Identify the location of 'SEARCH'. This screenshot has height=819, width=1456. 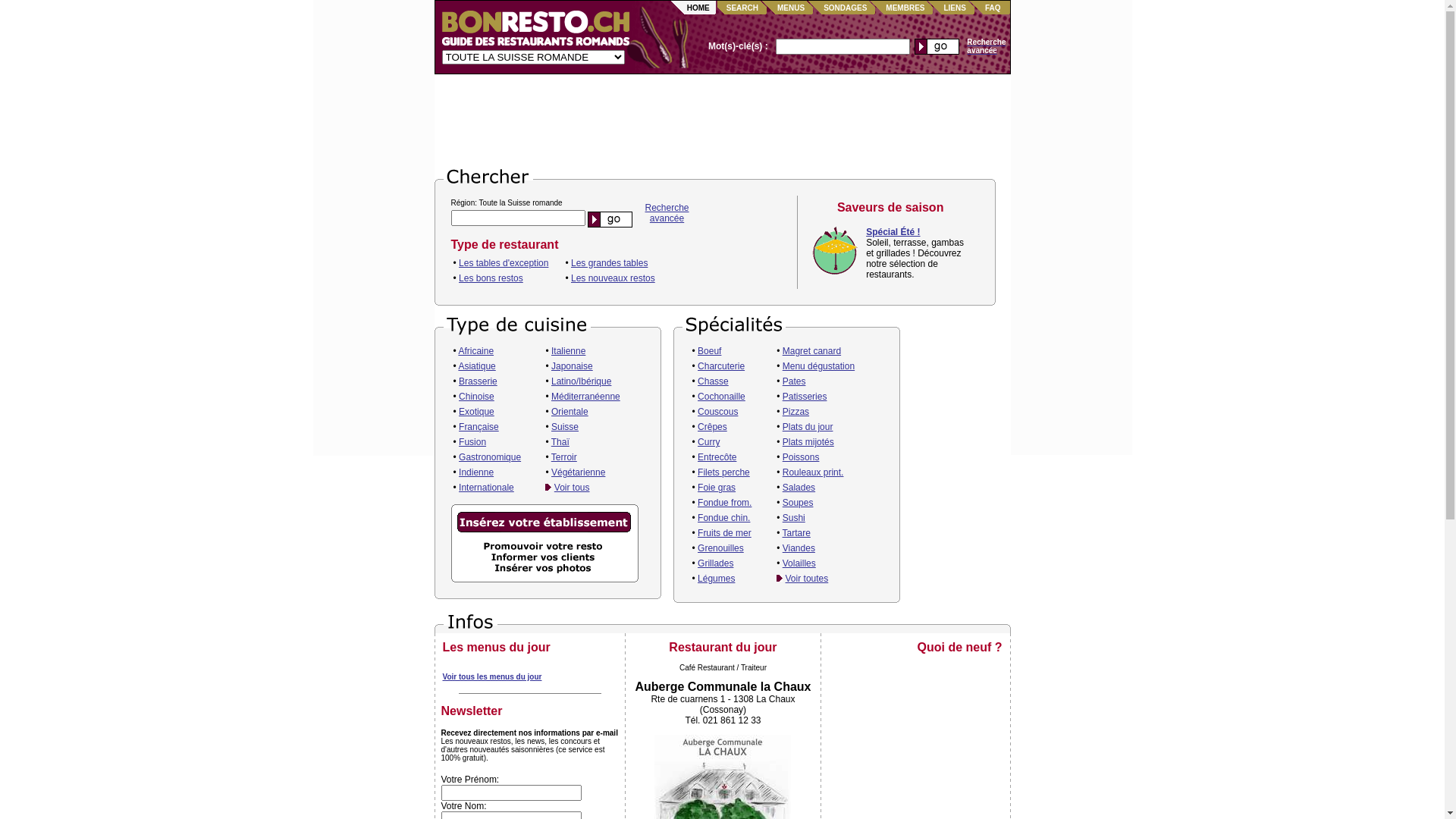
(742, 7).